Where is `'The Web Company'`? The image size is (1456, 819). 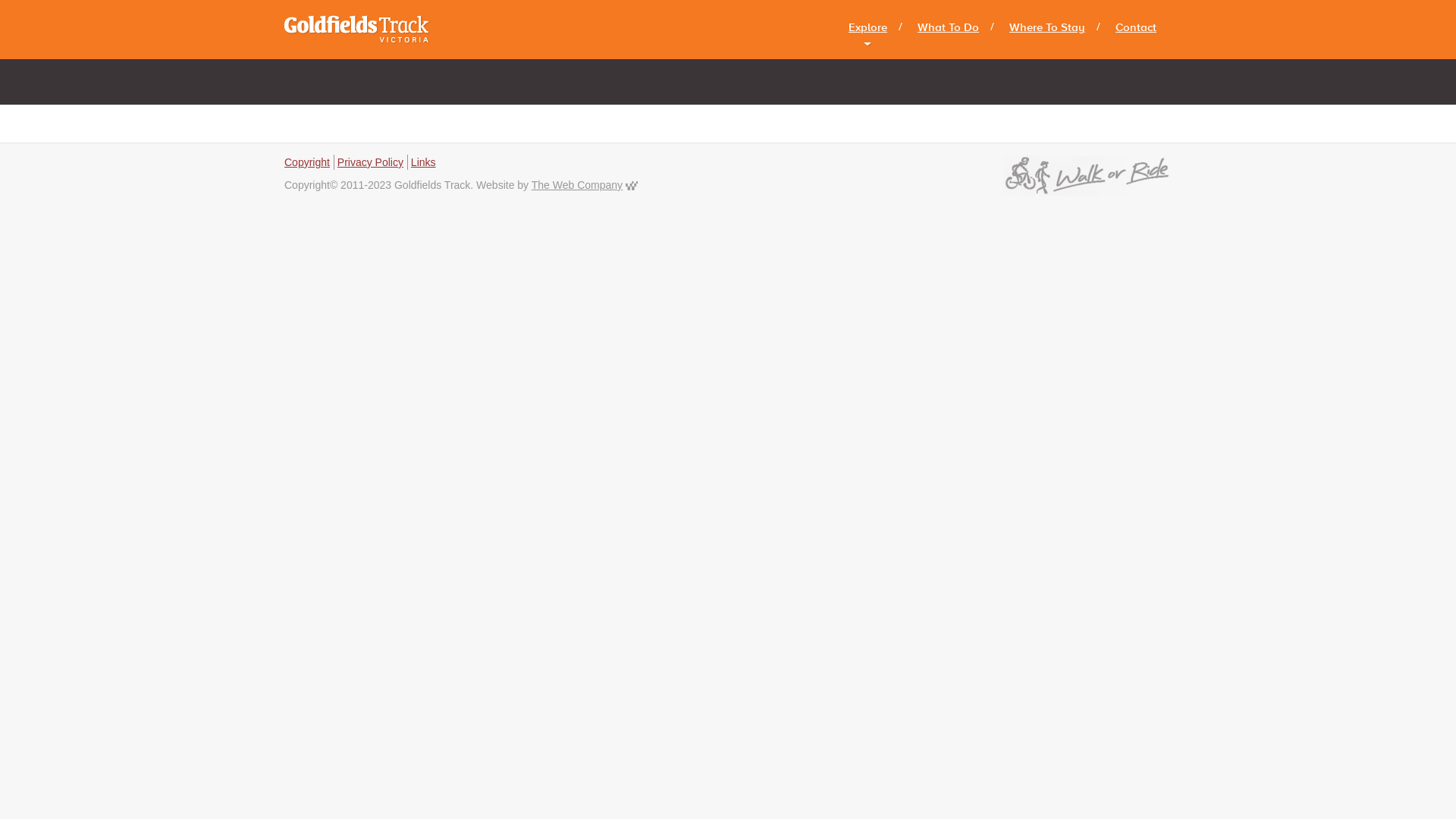 'The Web Company' is located at coordinates (632, 184).